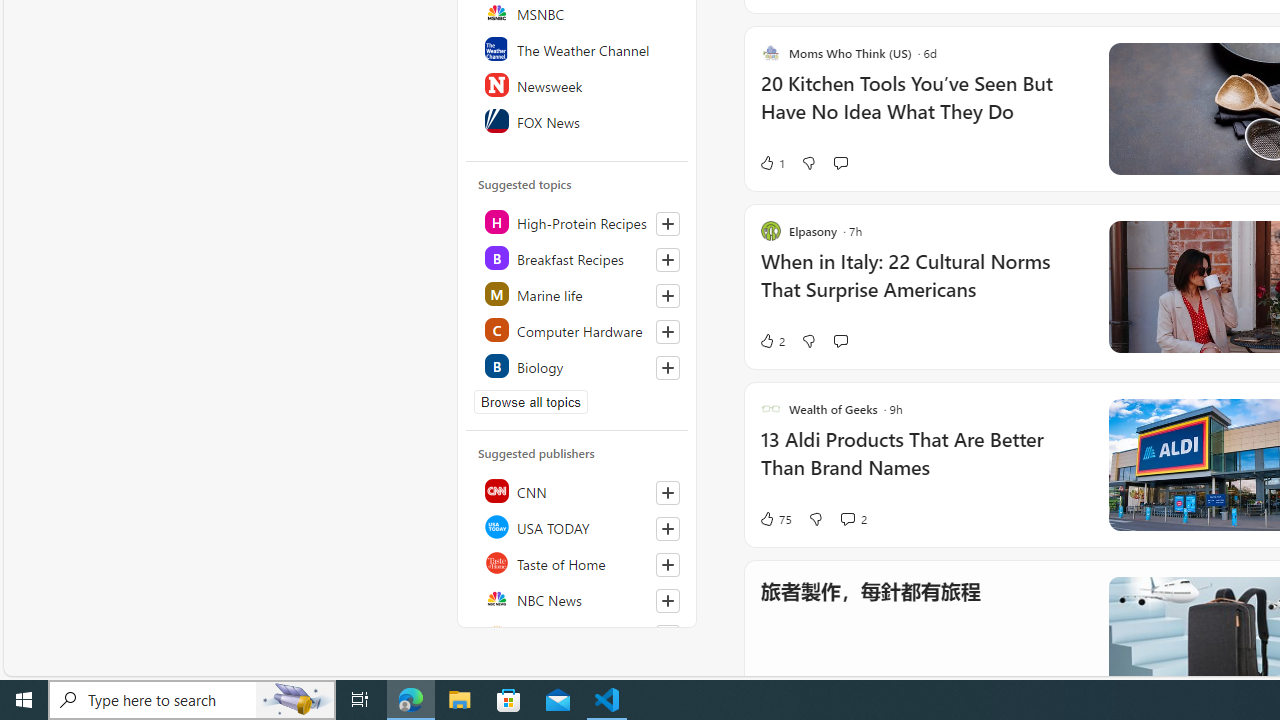 The image size is (1280, 720). Describe the element at coordinates (847, 518) in the screenshot. I see `'View comments 2 Comment'` at that location.